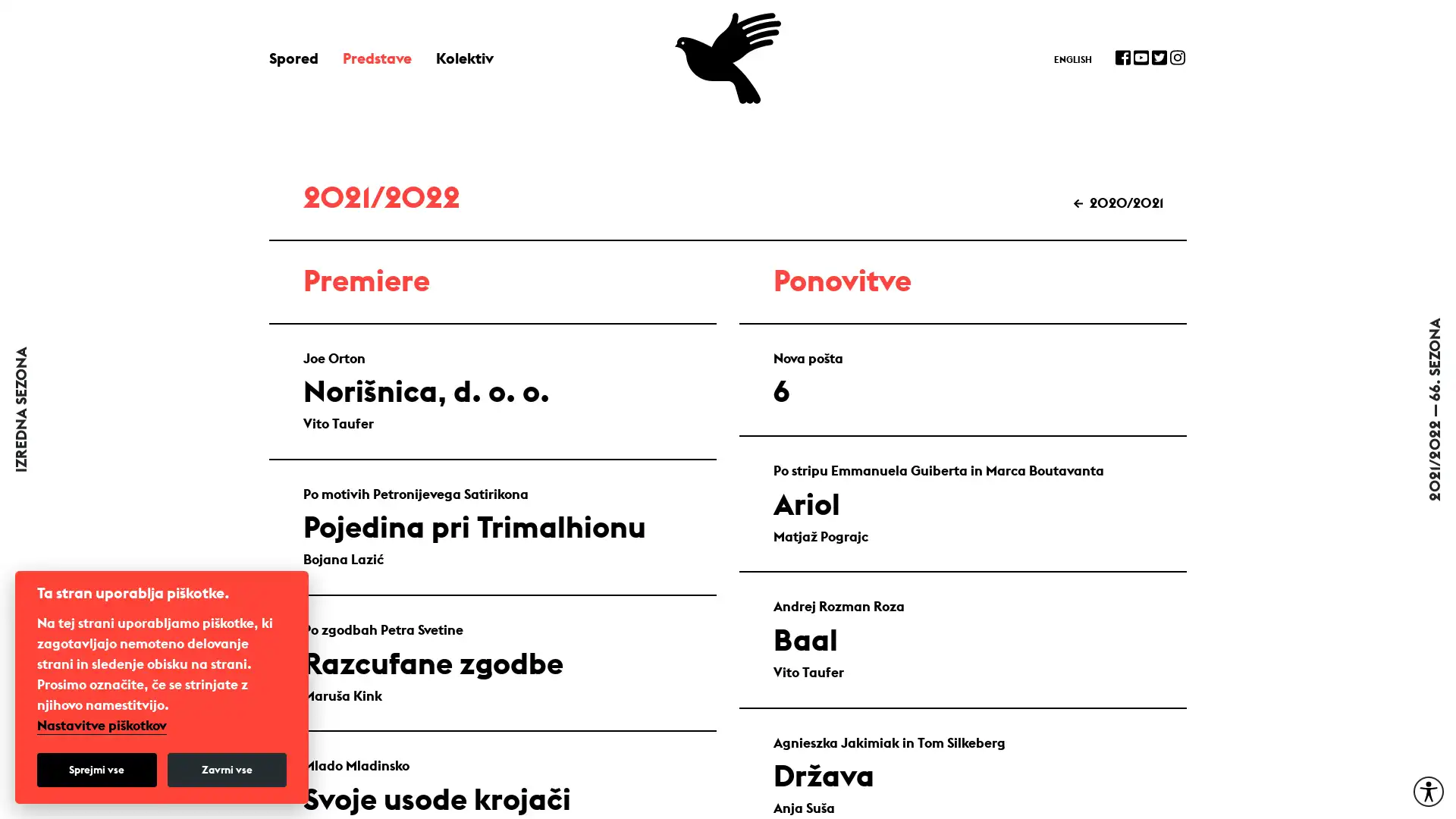 This screenshot has height=819, width=1456. What do you see at coordinates (95, 769) in the screenshot?
I see `Sprejmi vse` at bounding box center [95, 769].